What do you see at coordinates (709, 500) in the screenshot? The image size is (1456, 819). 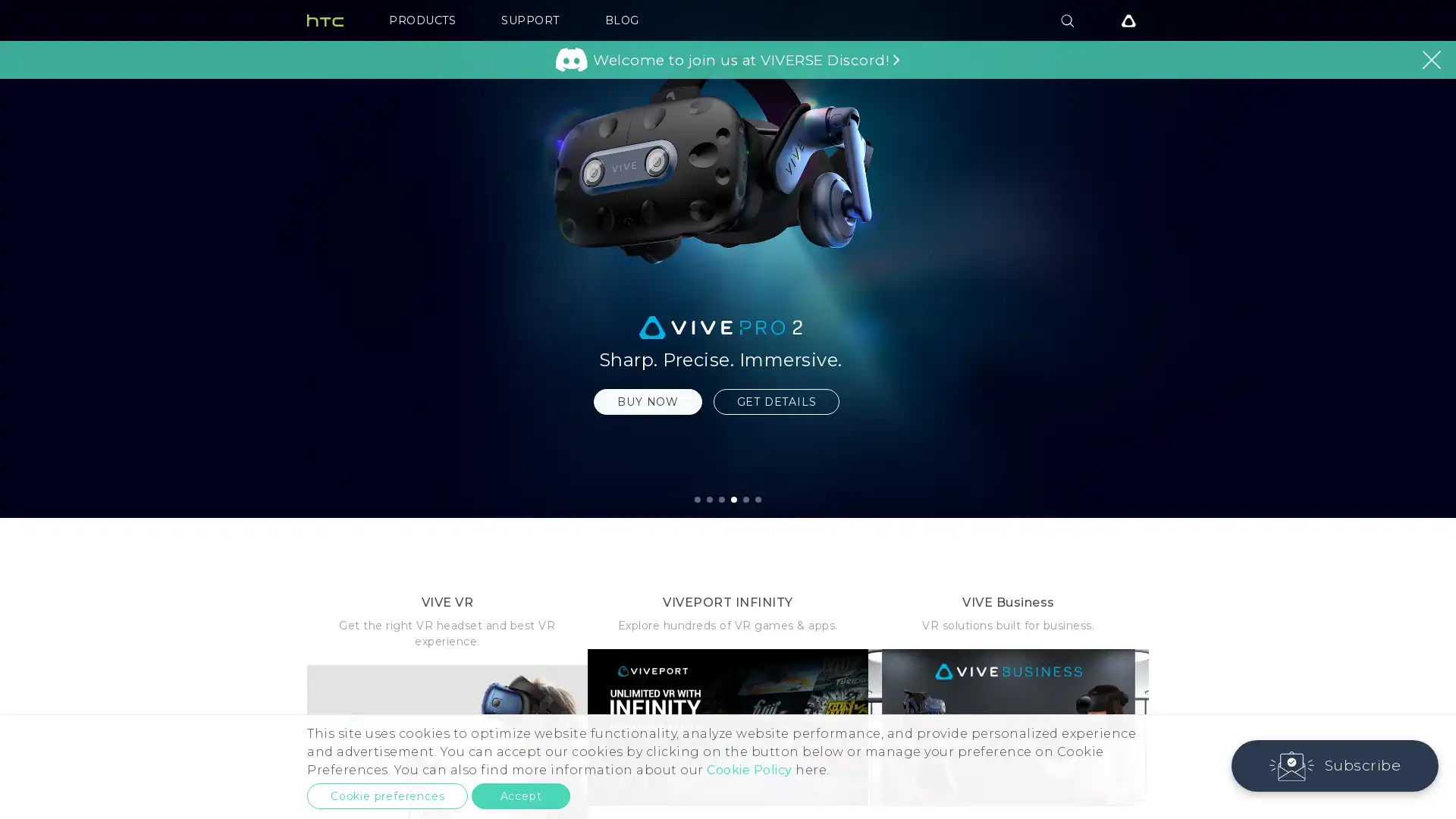 I see `2` at bounding box center [709, 500].